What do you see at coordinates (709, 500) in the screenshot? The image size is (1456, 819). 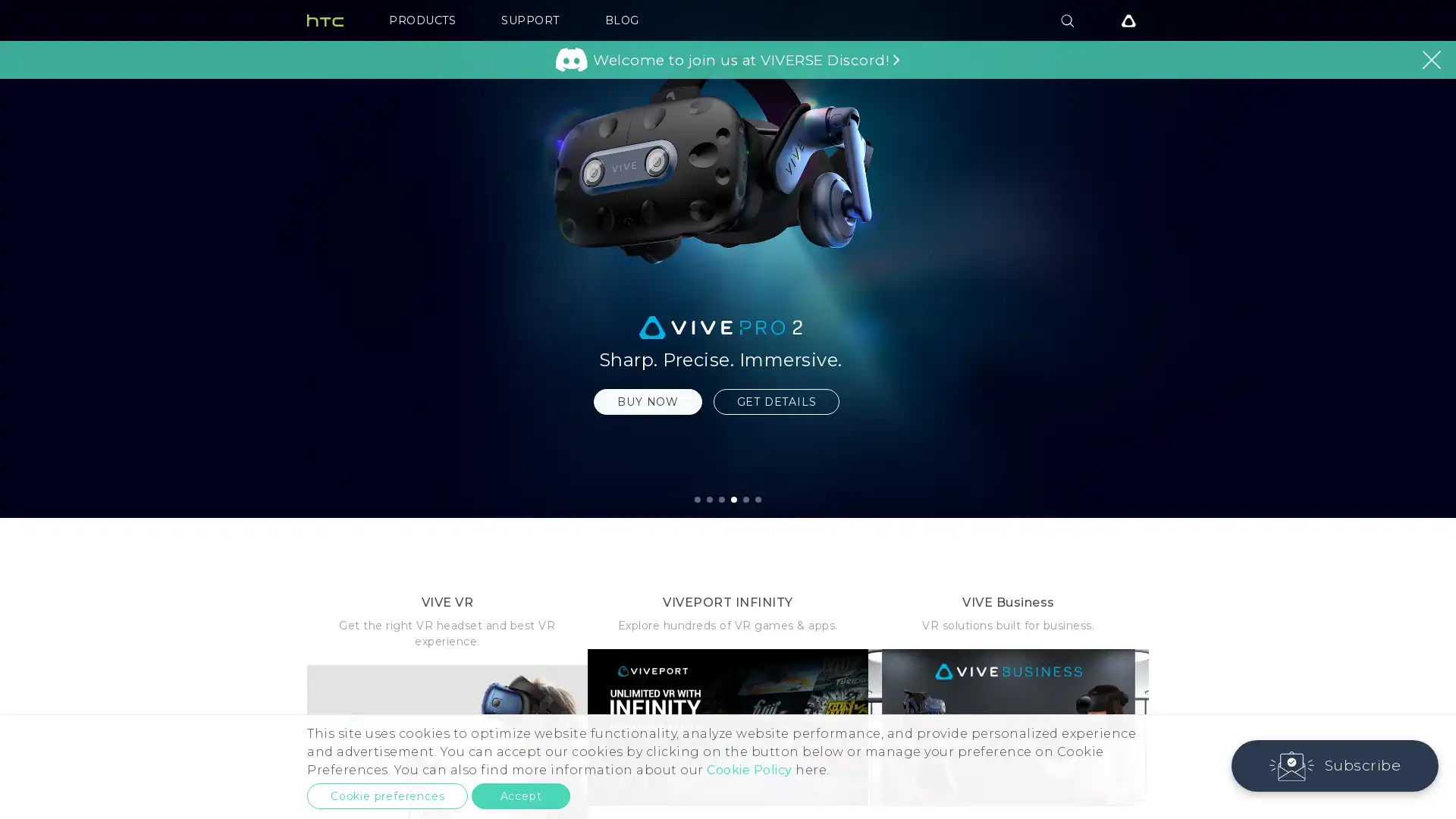 I see `2` at bounding box center [709, 500].